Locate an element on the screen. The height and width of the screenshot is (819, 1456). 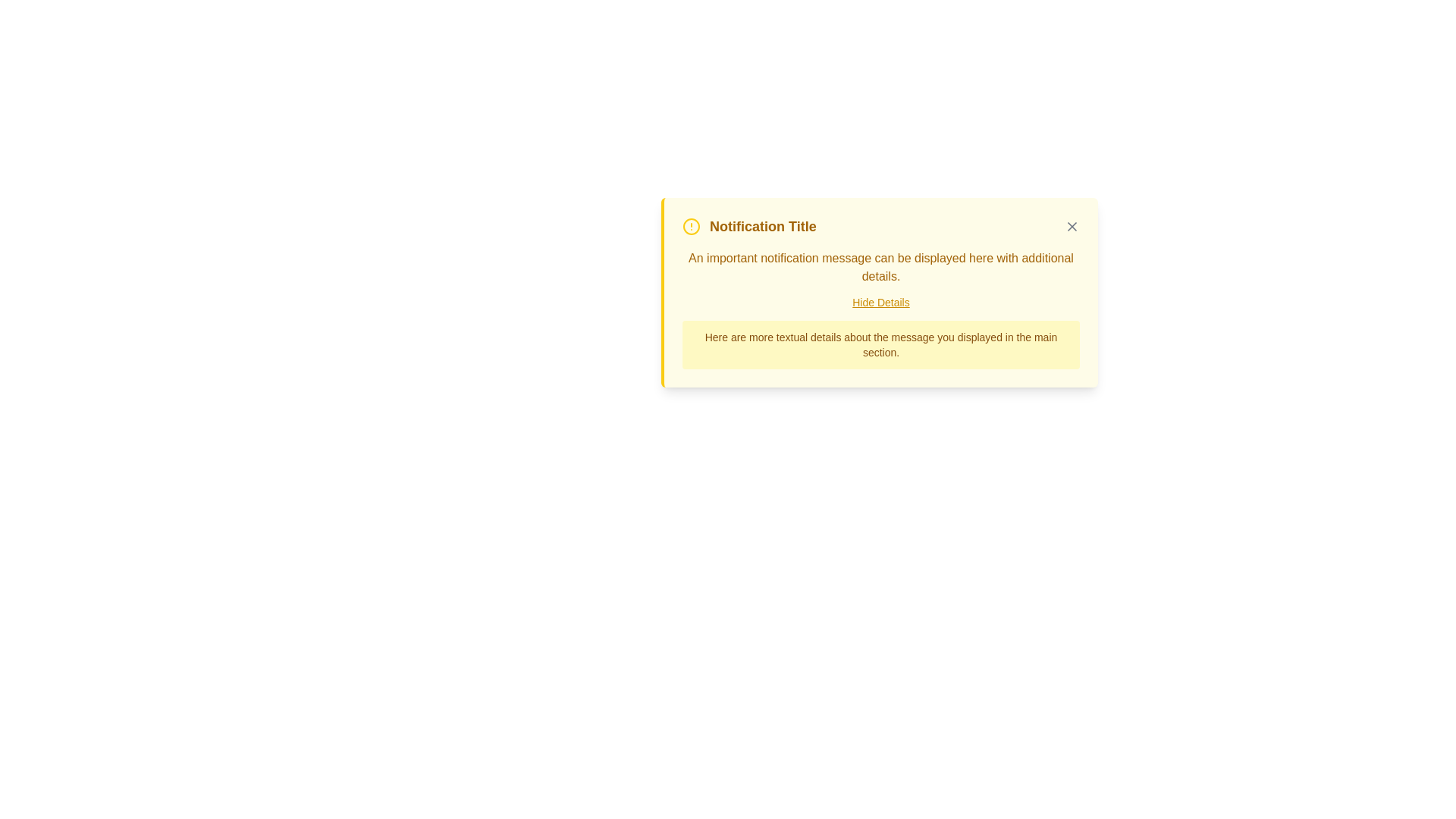
the hyperlink that toggles additional notification details, located centrally within the notification panel, directly below the main notification message is located at coordinates (880, 302).